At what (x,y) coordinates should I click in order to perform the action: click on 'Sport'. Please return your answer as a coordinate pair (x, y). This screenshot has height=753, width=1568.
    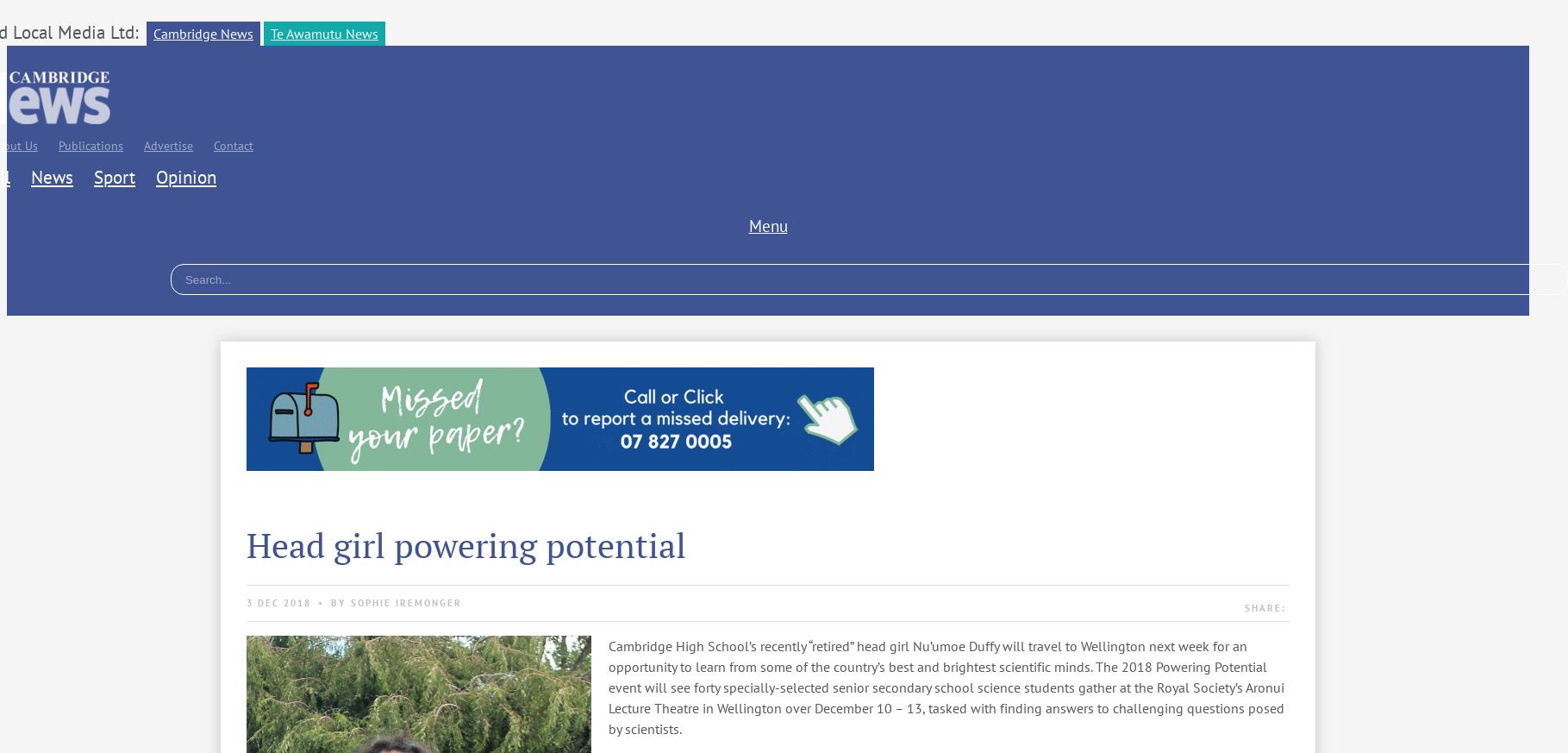
    Looking at the image, I should click on (114, 176).